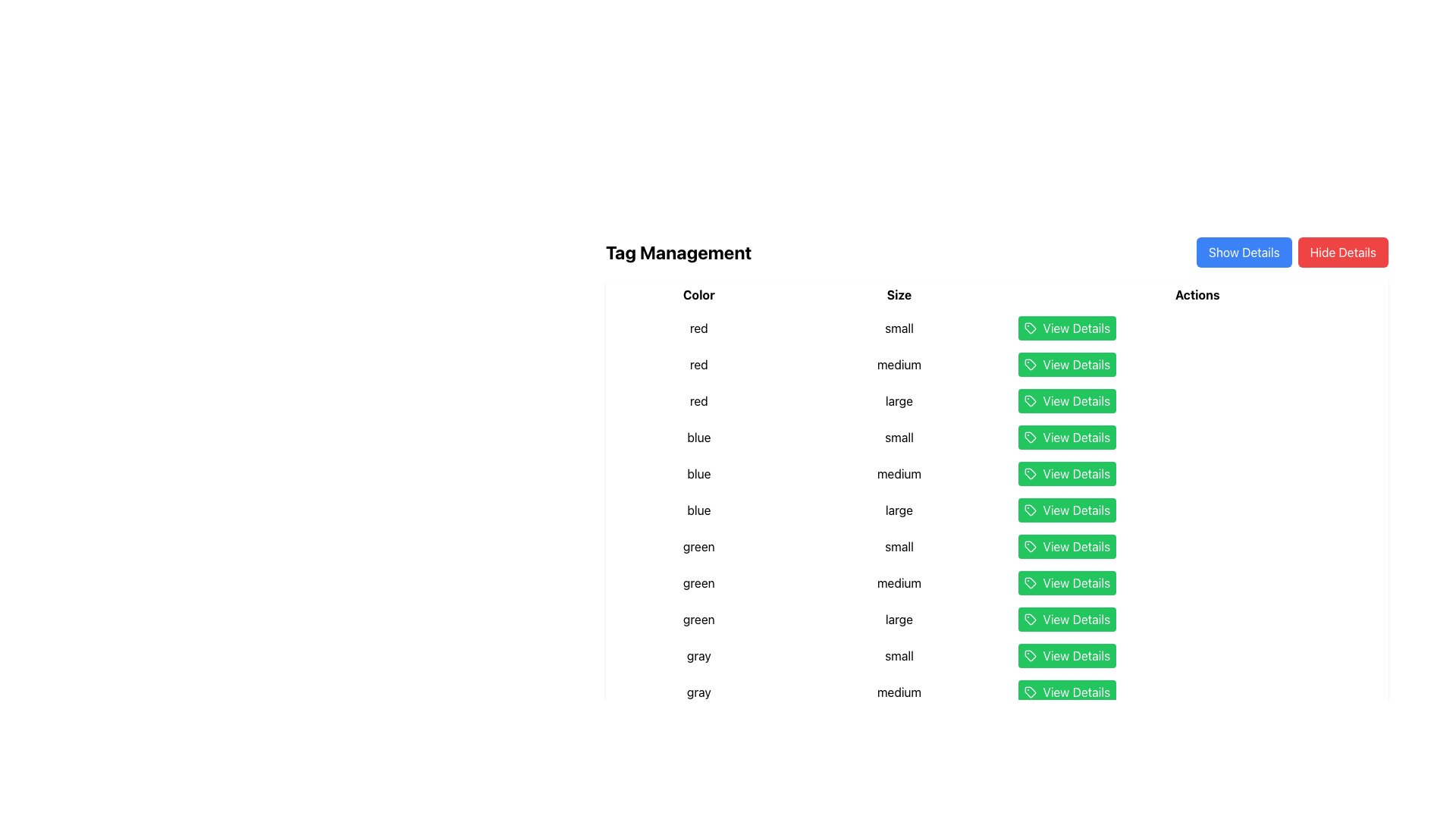 The image size is (1456, 819). Describe the element at coordinates (899, 654) in the screenshot. I see `text indicating the size attribute, which is 'small', located in the 'Size' column of the row where the 'Color' column displays 'gray'` at that location.